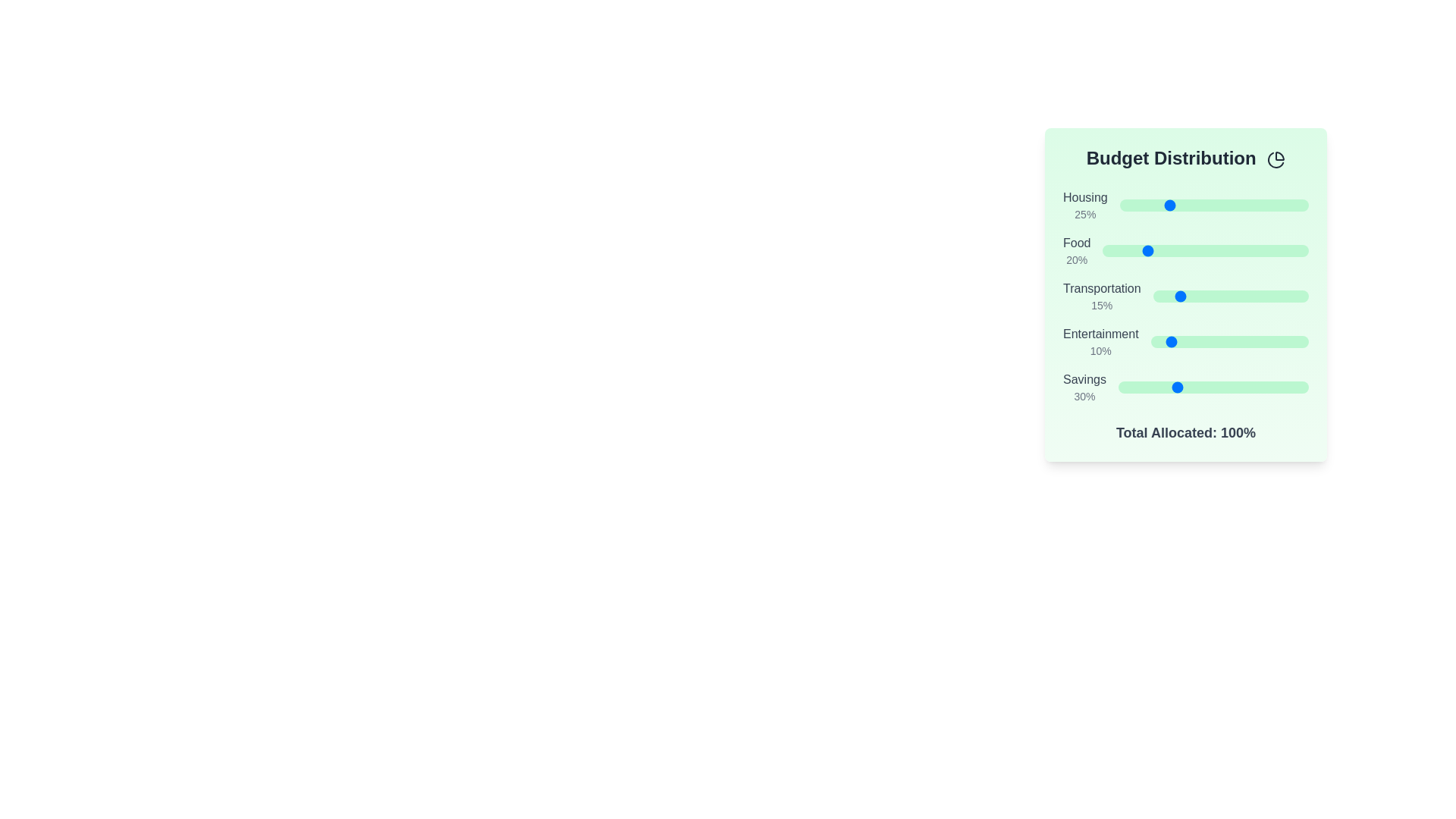 Image resolution: width=1456 pixels, height=819 pixels. Describe the element at coordinates (1281, 342) in the screenshot. I see `the slider for 'Entertainment' to set its percentage to 83` at that location.